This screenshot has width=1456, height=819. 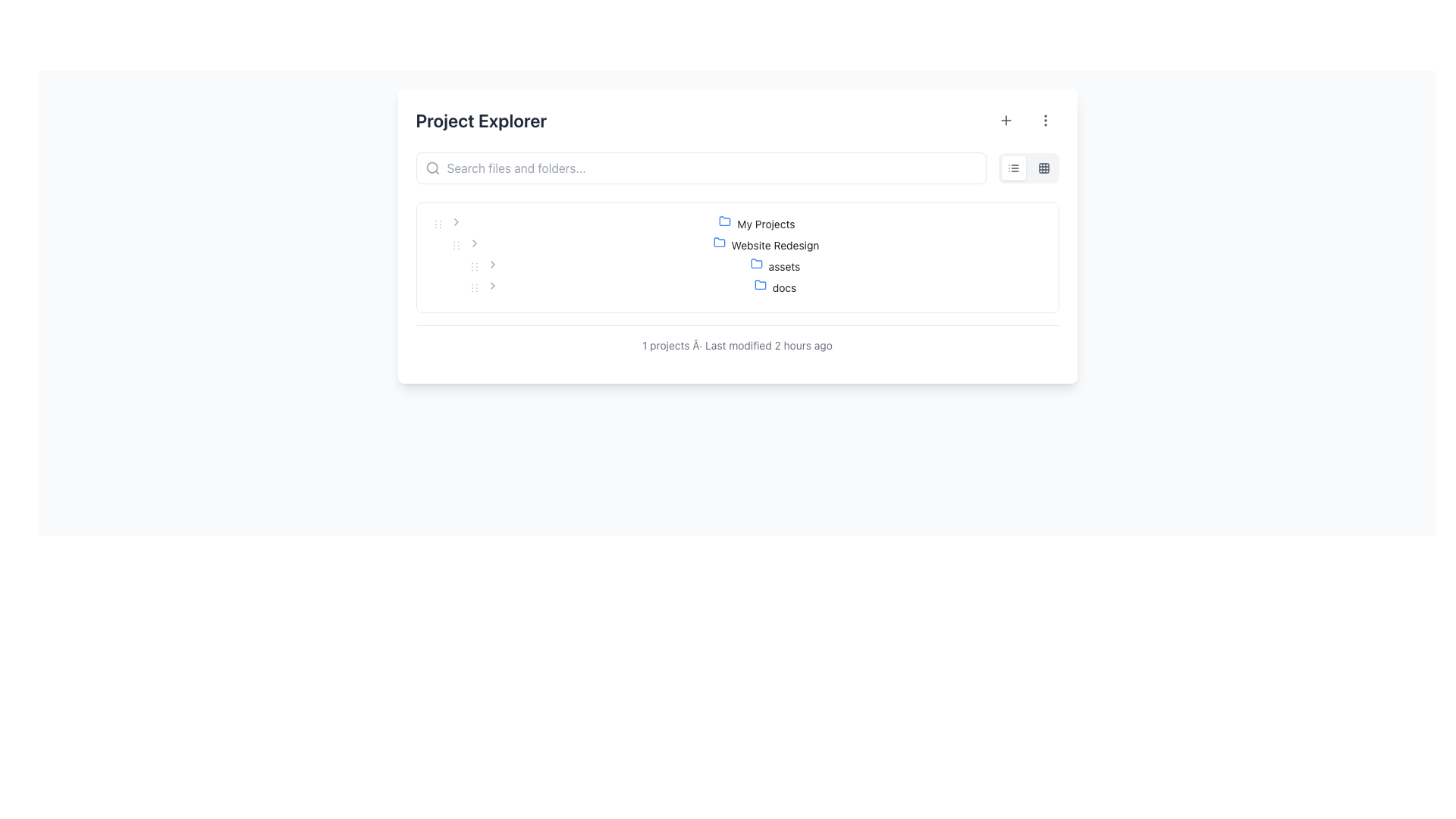 What do you see at coordinates (757, 224) in the screenshot?
I see `the 'My Projects' Tree Node Header` at bounding box center [757, 224].